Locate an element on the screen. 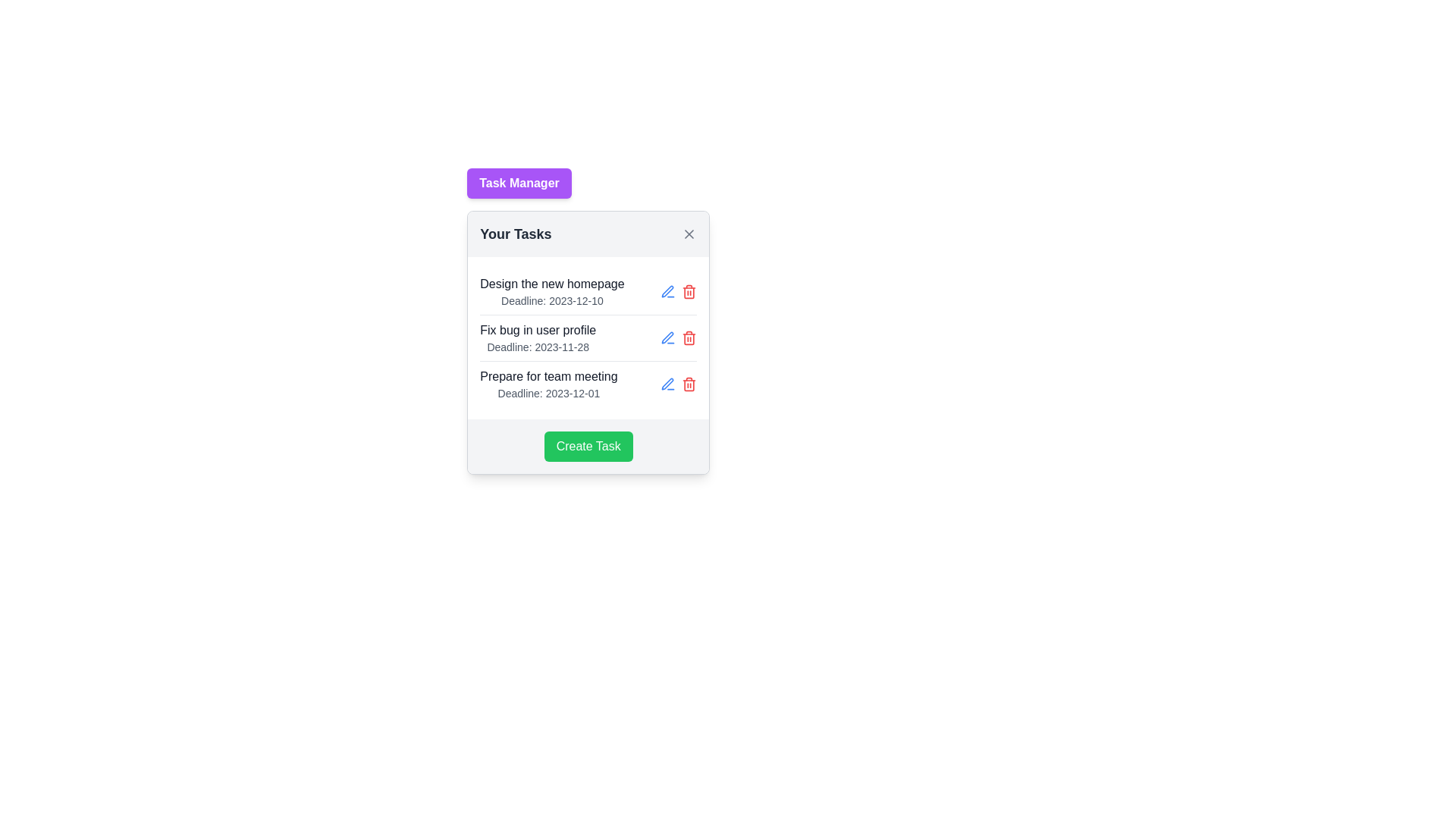 This screenshot has width=1456, height=819. the text label reading 'Prepare for team meeting' is located at coordinates (548, 376).